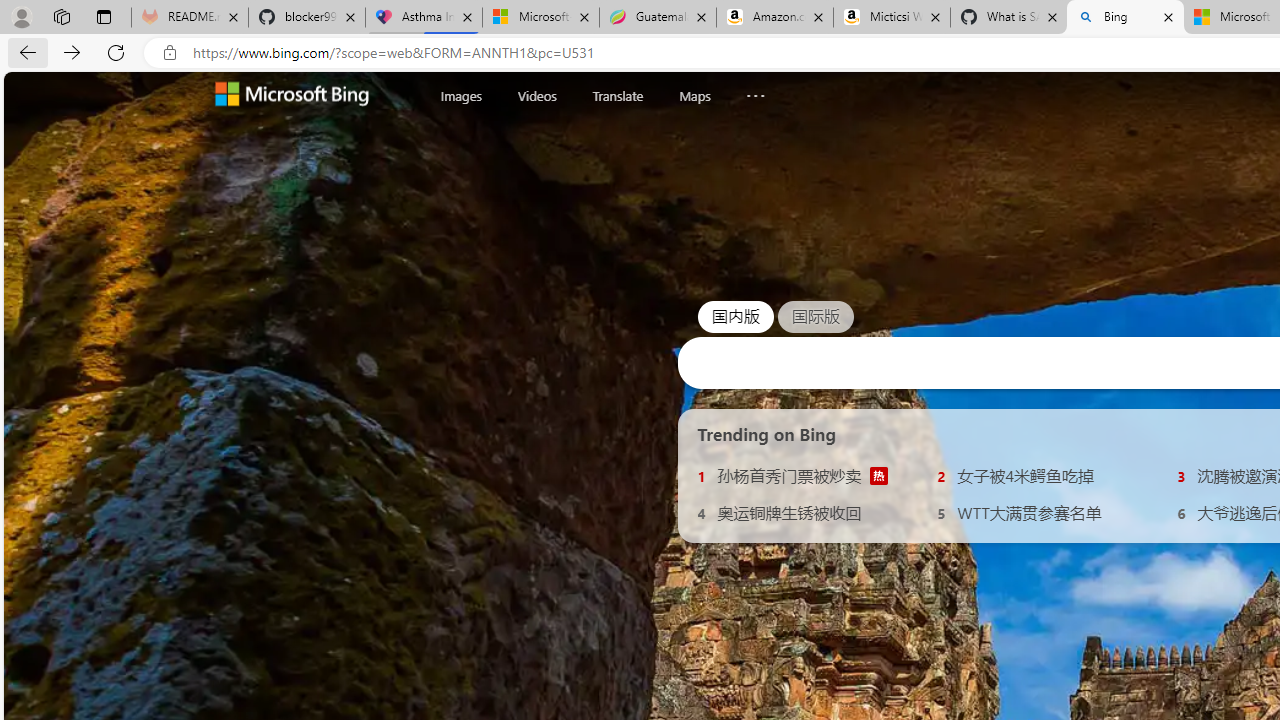 Image resolution: width=1280 pixels, height=720 pixels. What do you see at coordinates (536, 95) in the screenshot?
I see `'Videos'` at bounding box center [536, 95].